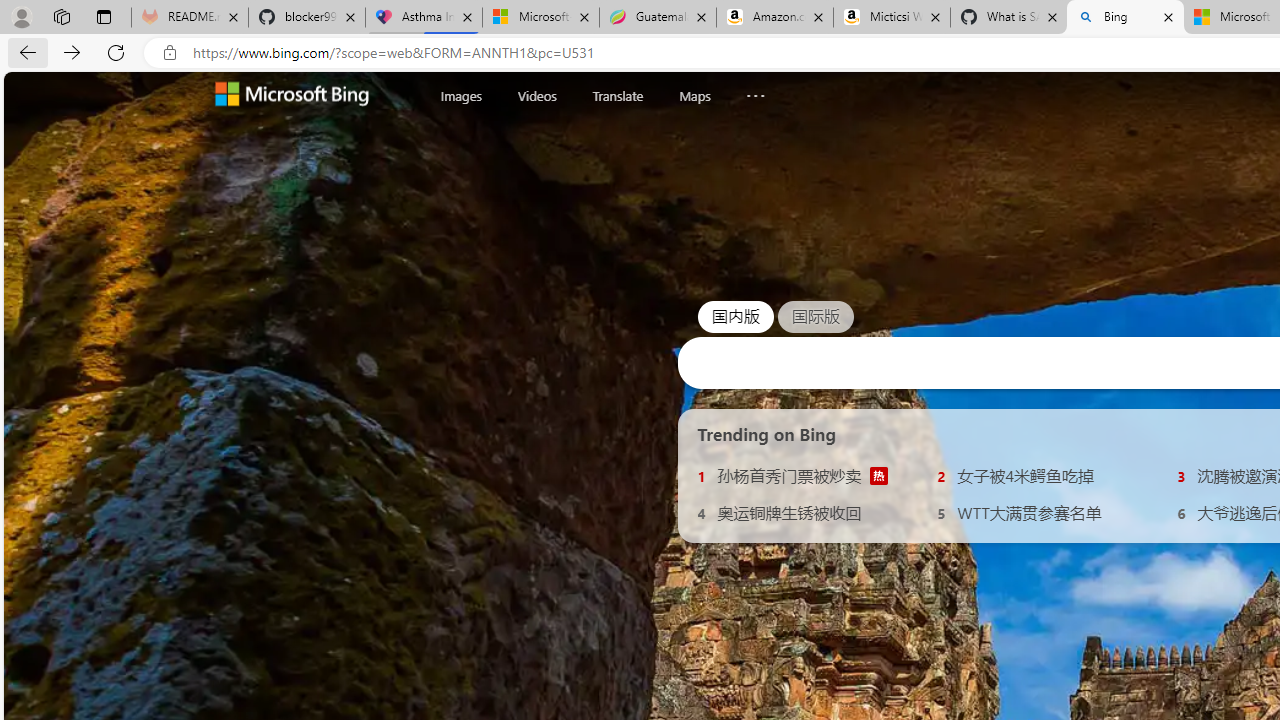 Image resolution: width=1280 pixels, height=720 pixels. What do you see at coordinates (536, 95) in the screenshot?
I see `'Videos'` at bounding box center [536, 95].